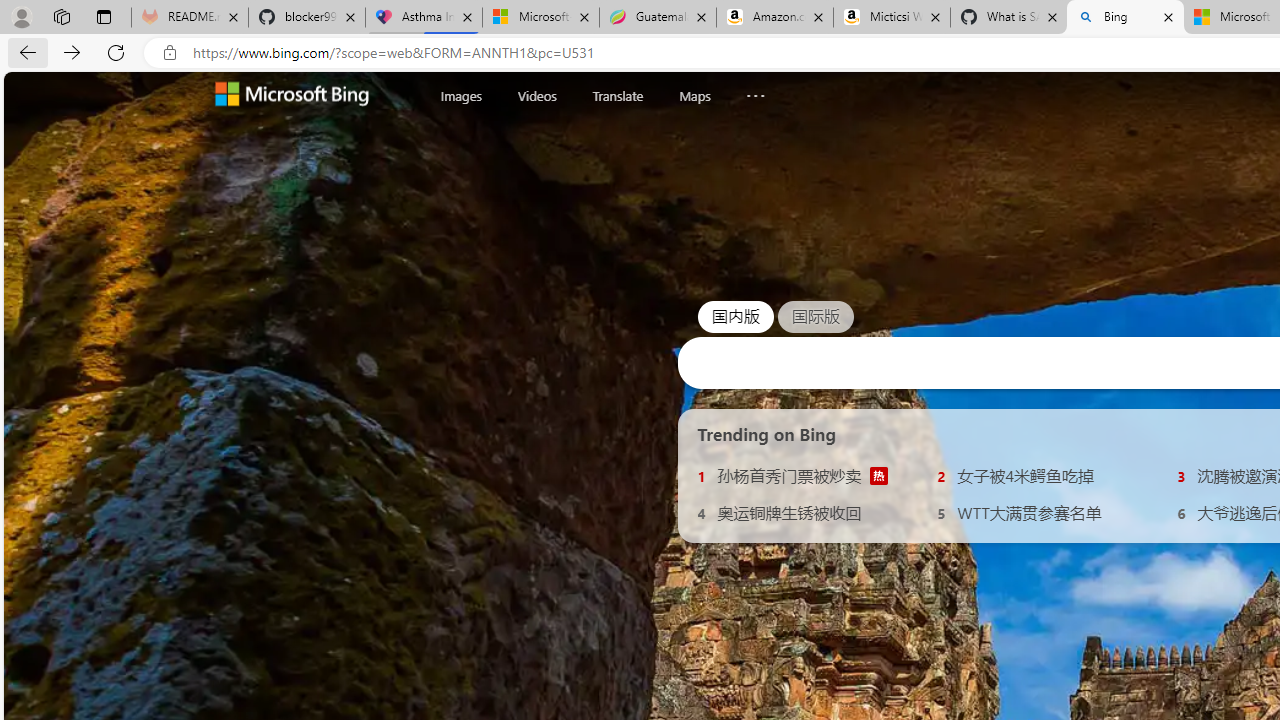 Image resolution: width=1280 pixels, height=720 pixels. What do you see at coordinates (536, 95) in the screenshot?
I see `'Videos'` at bounding box center [536, 95].